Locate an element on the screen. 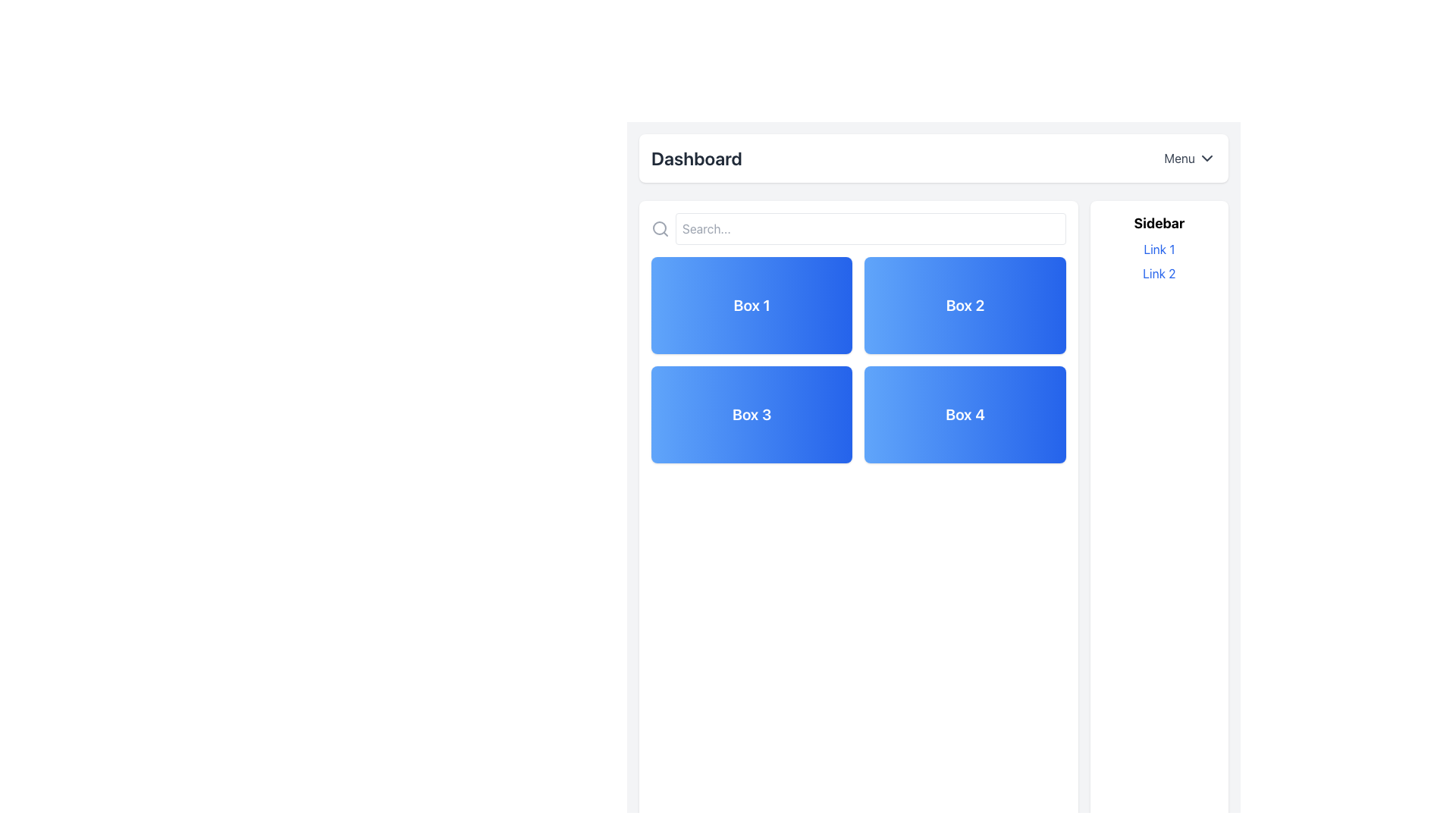 Image resolution: width=1456 pixels, height=819 pixels. the first interactive hyperlink in the 'Sidebar' is located at coordinates (1158, 248).